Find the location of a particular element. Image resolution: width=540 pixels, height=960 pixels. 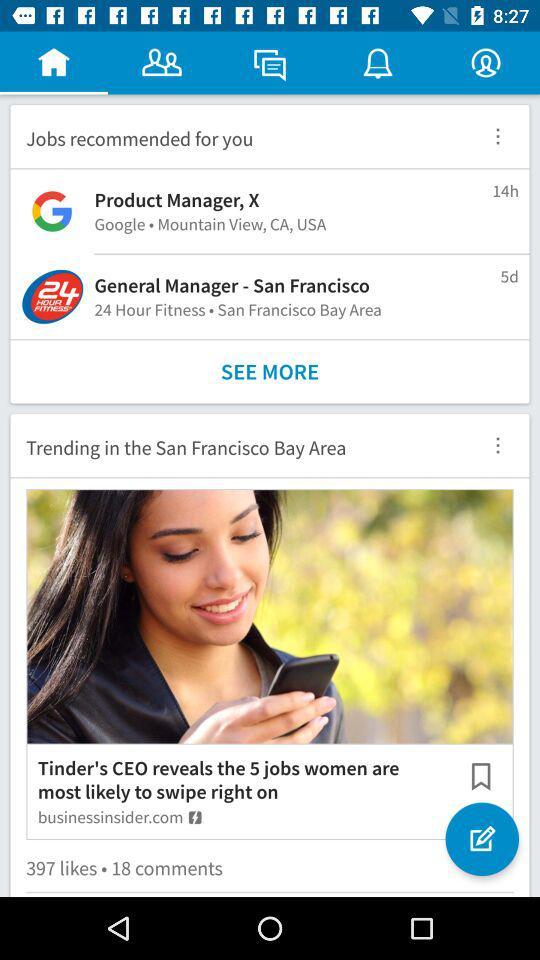

item to the right of the tinder s ceo is located at coordinates (480, 775).